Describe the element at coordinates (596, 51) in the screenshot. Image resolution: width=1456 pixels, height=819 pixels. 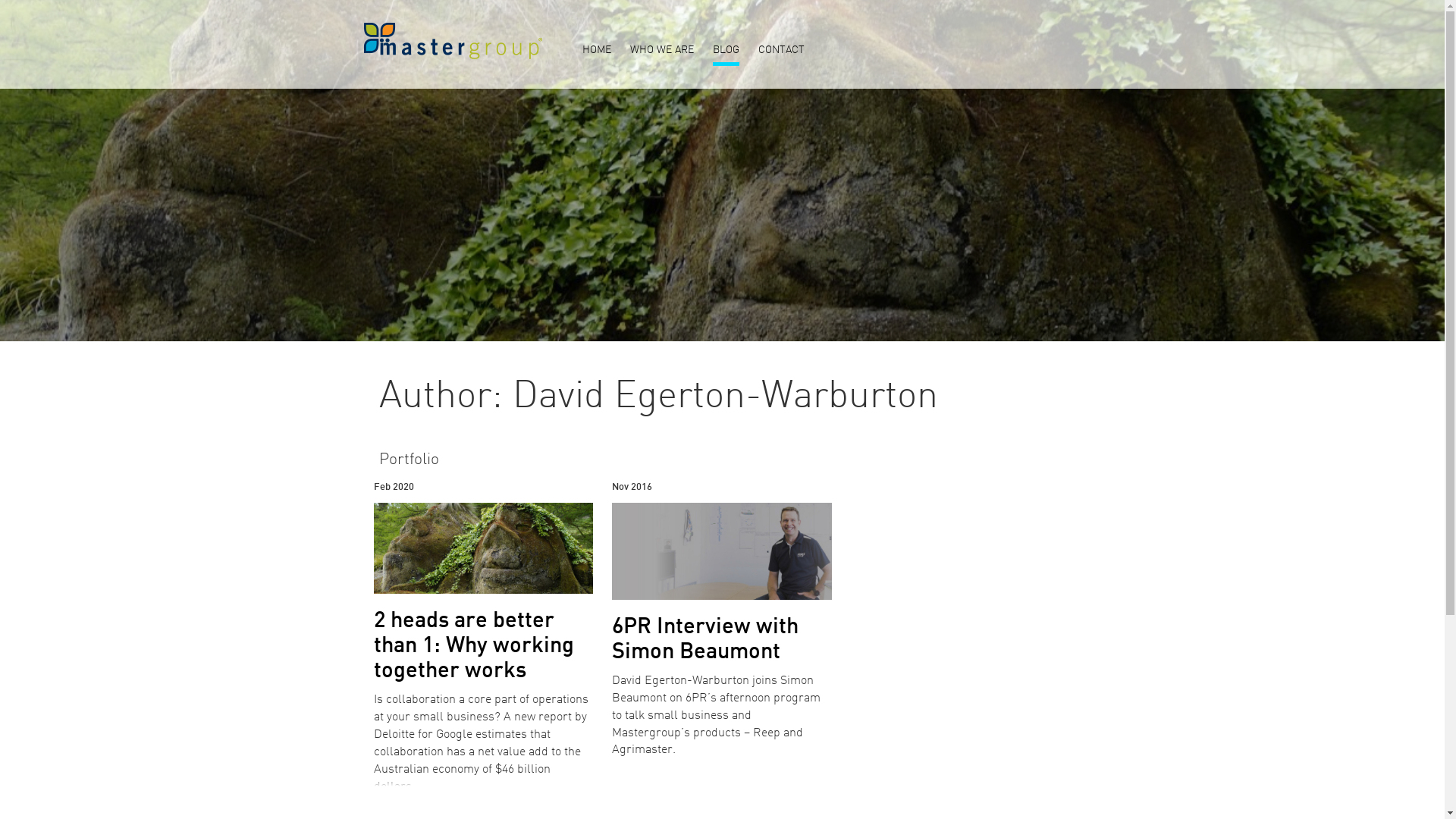
I see `'HOME'` at that location.